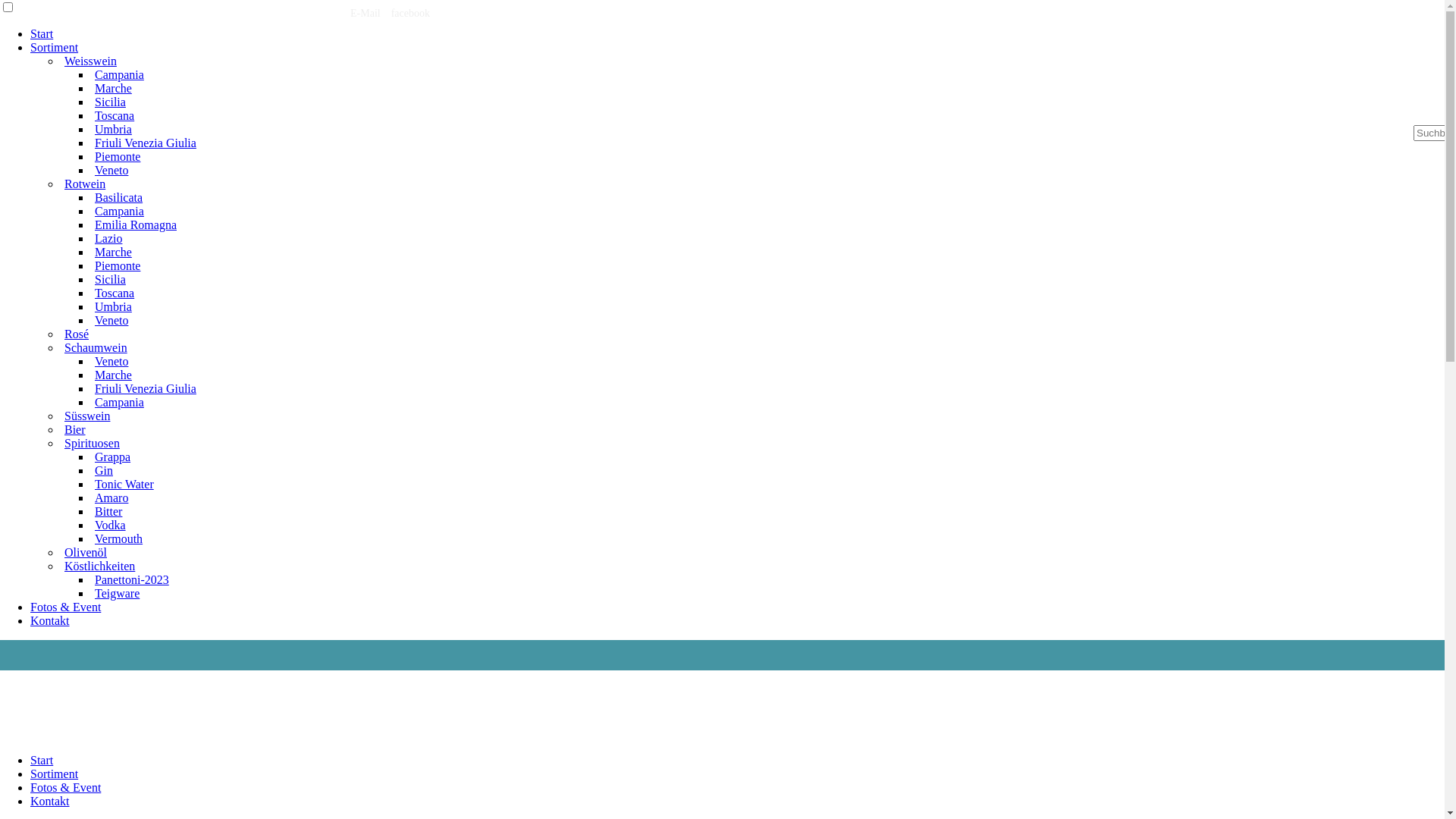 Image resolution: width=1456 pixels, height=819 pixels. Describe the element at coordinates (124, 484) in the screenshot. I see `'Tonic Water'` at that location.